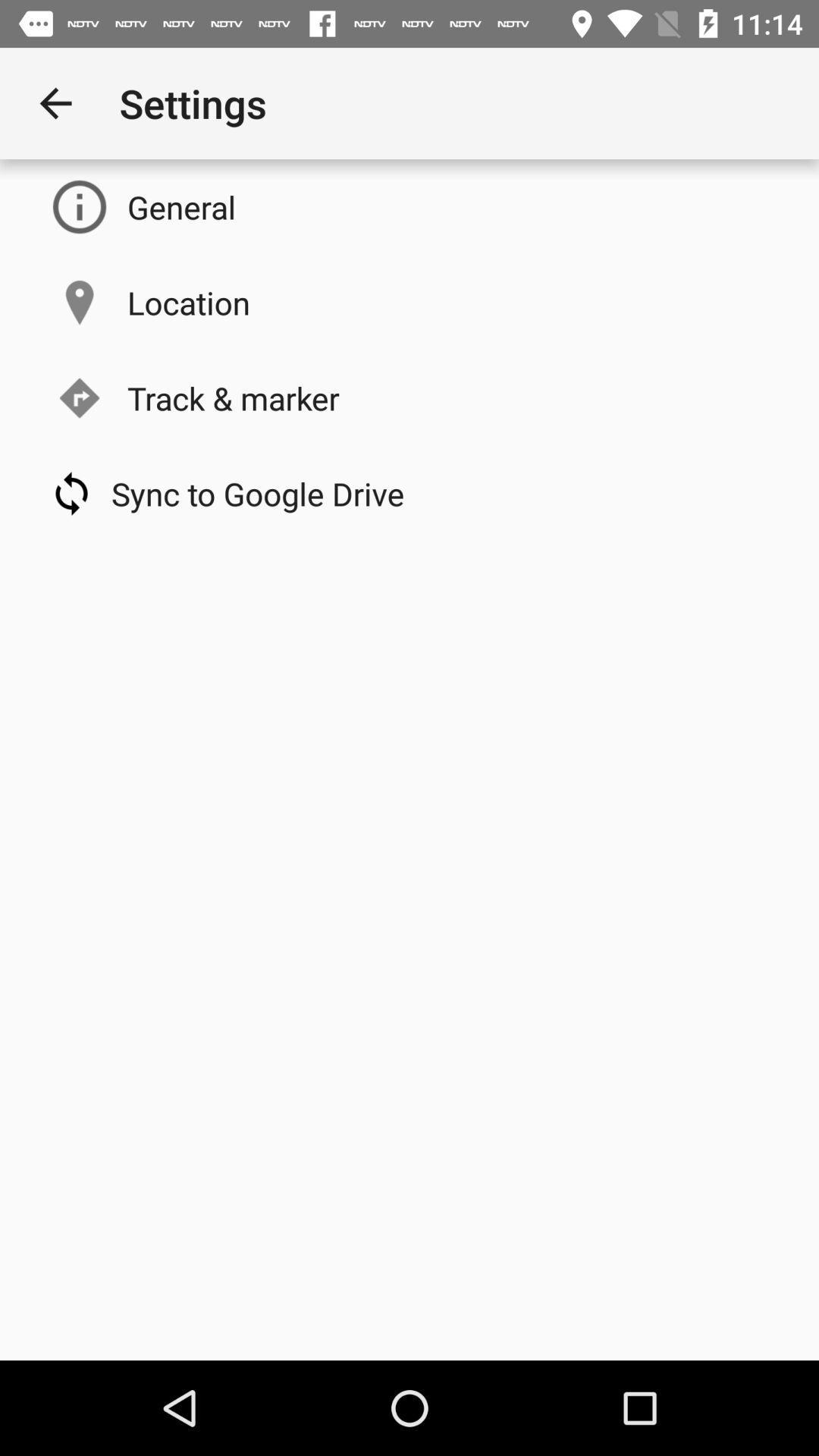  I want to click on location icon, so click(188, 302).